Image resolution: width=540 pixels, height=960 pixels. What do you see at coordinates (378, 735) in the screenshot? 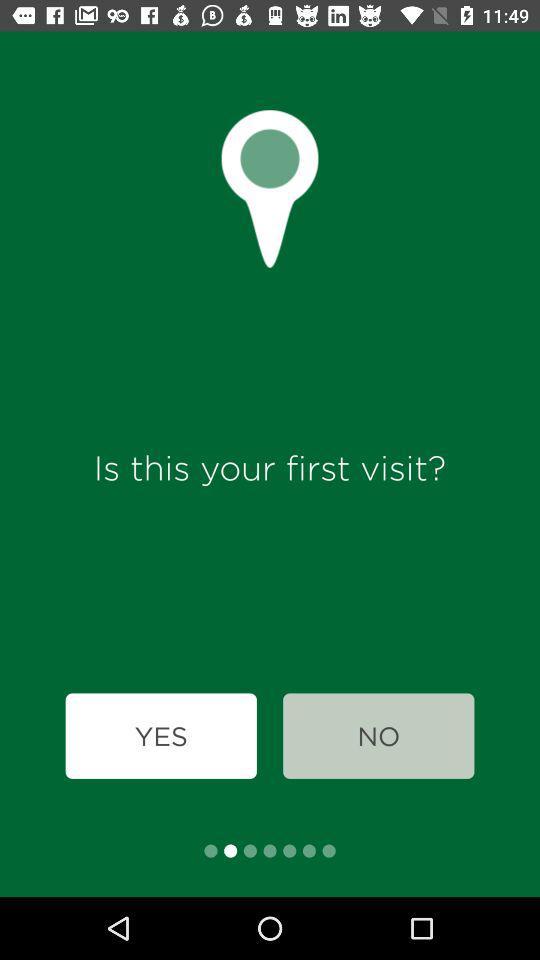
I see `icon at the bottom right corner` at bounding box center [378, 735].